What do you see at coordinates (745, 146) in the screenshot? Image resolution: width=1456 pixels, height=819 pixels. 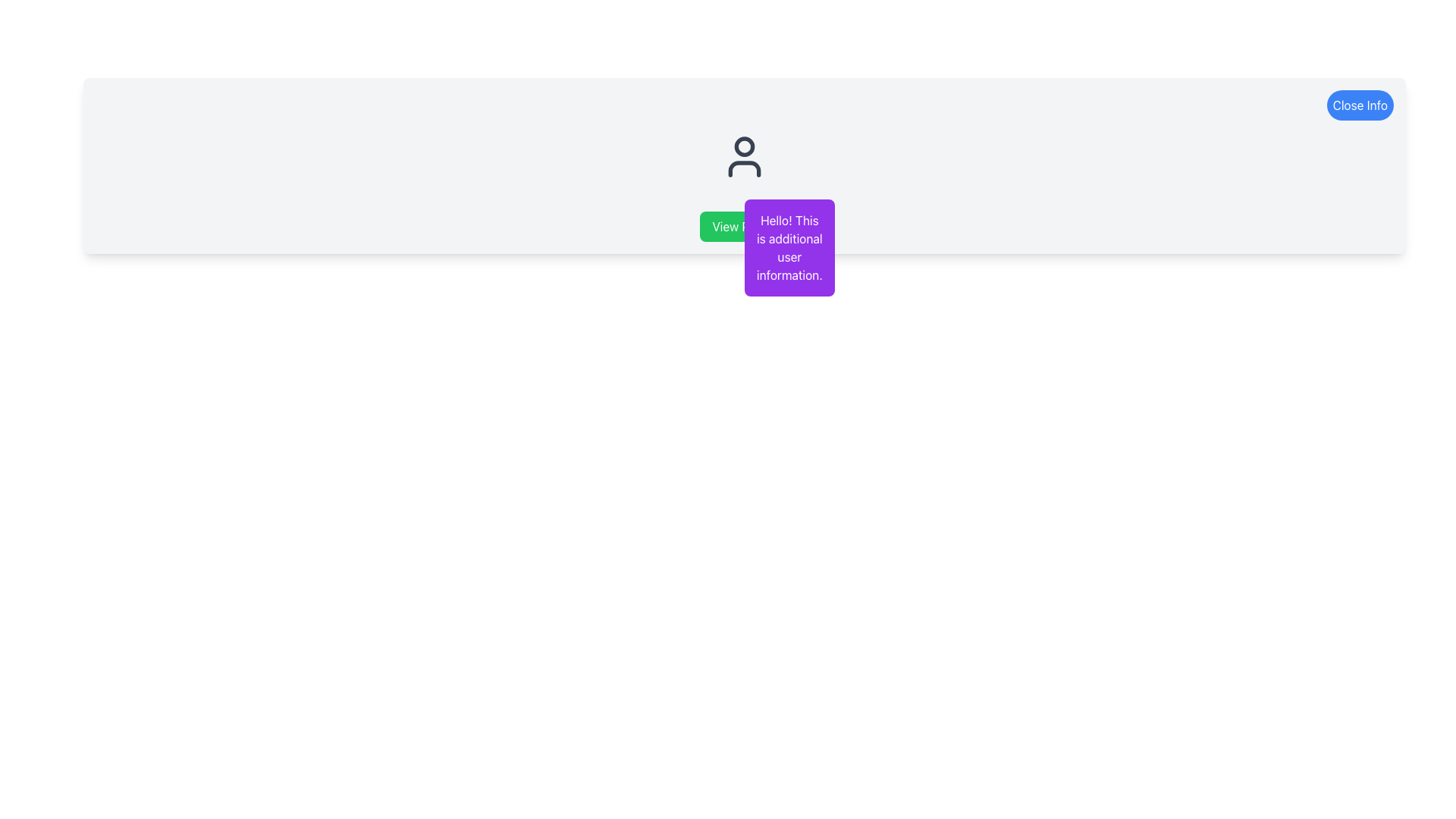 I see `the decorative graphical element (circle) that visually represents the user's head in the user icon, positioned above the arc shape depicting shoulders` at bounding box center [745, 146].